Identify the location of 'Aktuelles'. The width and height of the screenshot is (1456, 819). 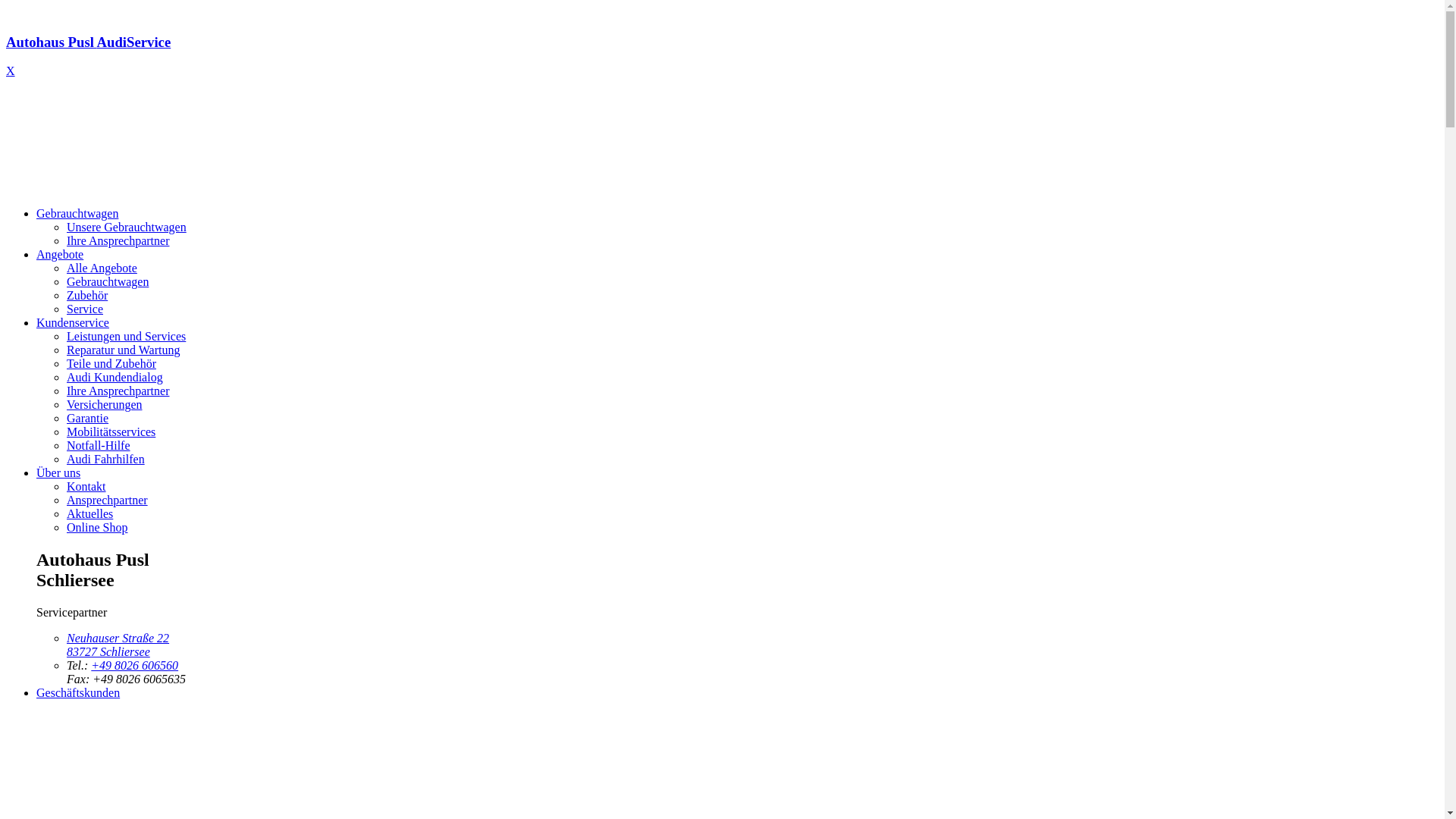
(65, 513).